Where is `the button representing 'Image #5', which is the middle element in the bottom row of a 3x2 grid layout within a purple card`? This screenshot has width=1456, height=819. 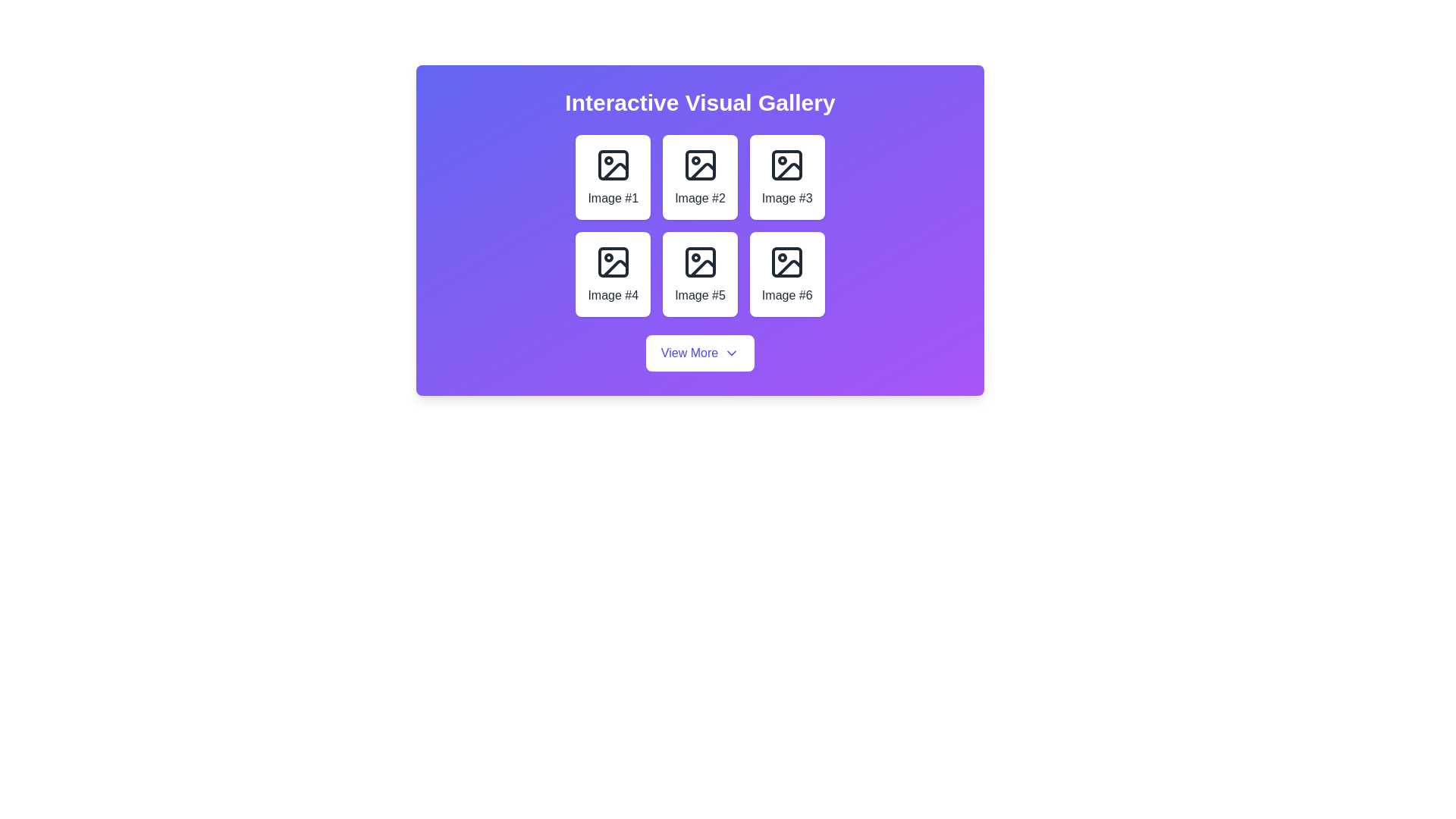 the button representing 'Image #5', which is the middle element in the bottom row of a 3x2 grid layout within a purple card is located at coordinates (699, 275).